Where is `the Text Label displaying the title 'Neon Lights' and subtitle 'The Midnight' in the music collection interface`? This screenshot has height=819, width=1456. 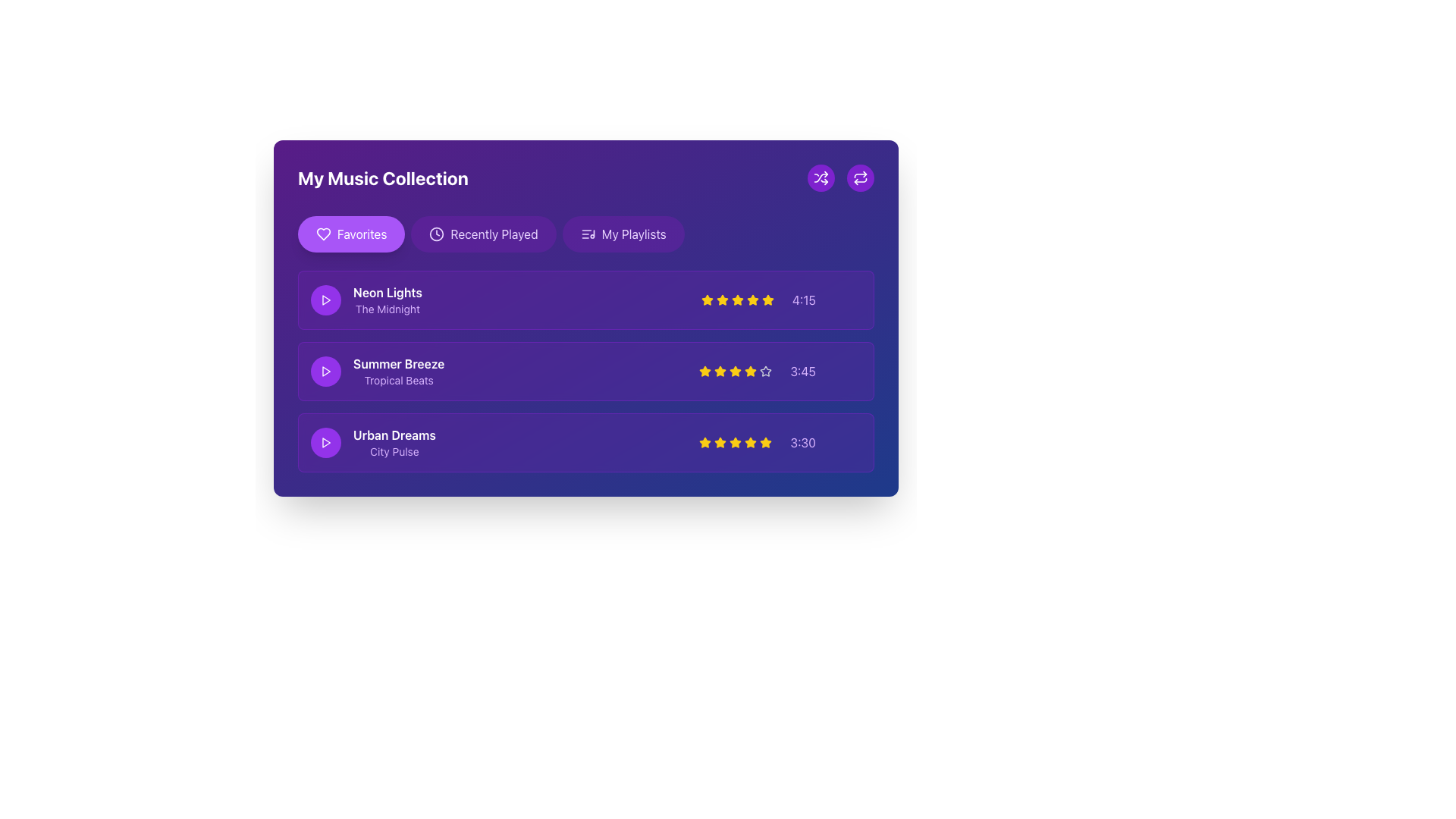 the Text Label displaying the title 'Neon Lights' and subtitle 'The Midnight' in the music collection interface is located at coordinates (388, 300).